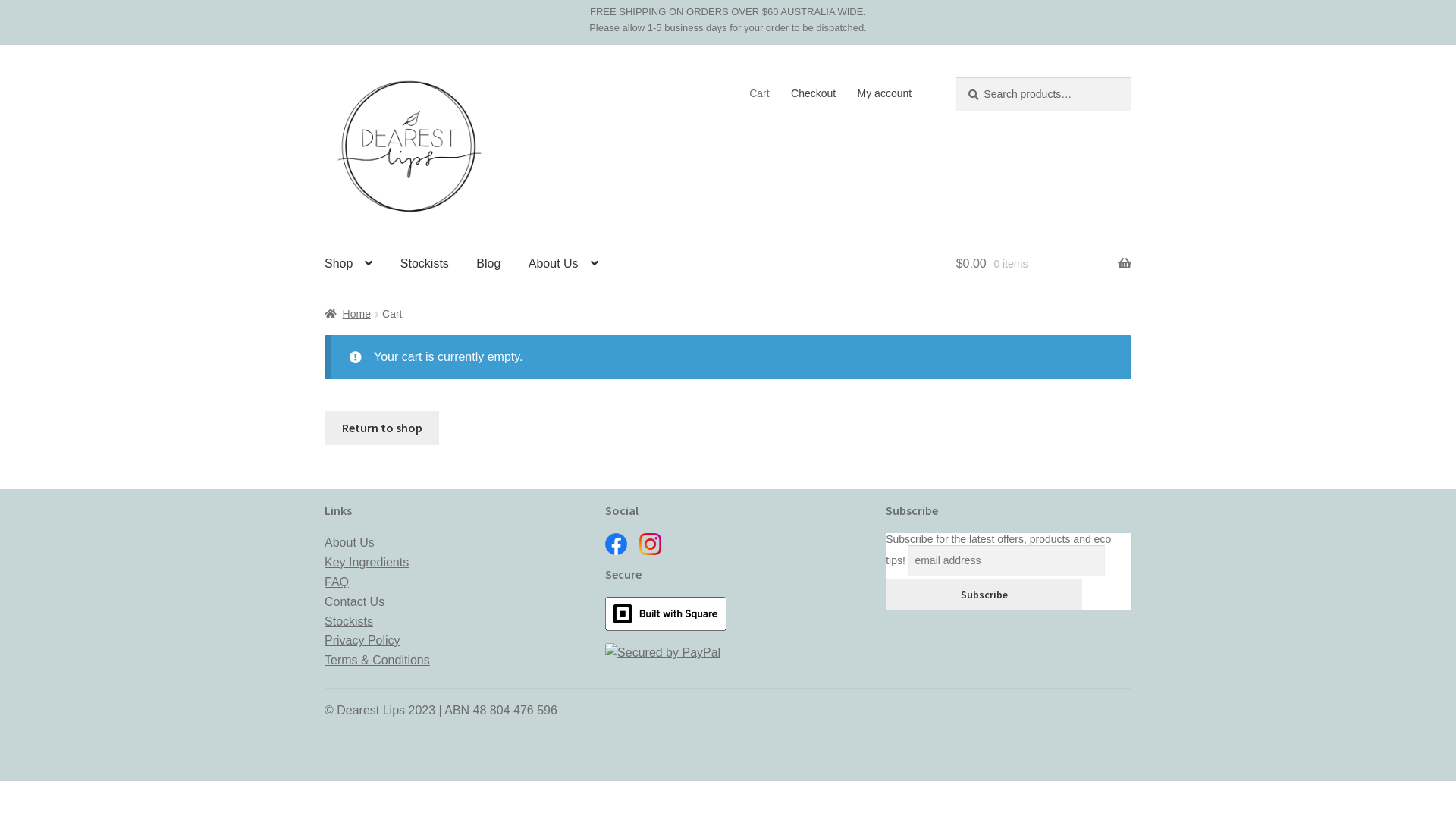 This screenshot has width=1456, height=819. What do you see at coordinates (347, 312) in the screenshot?
I see `'Home'` at bounding box center [347, 312].